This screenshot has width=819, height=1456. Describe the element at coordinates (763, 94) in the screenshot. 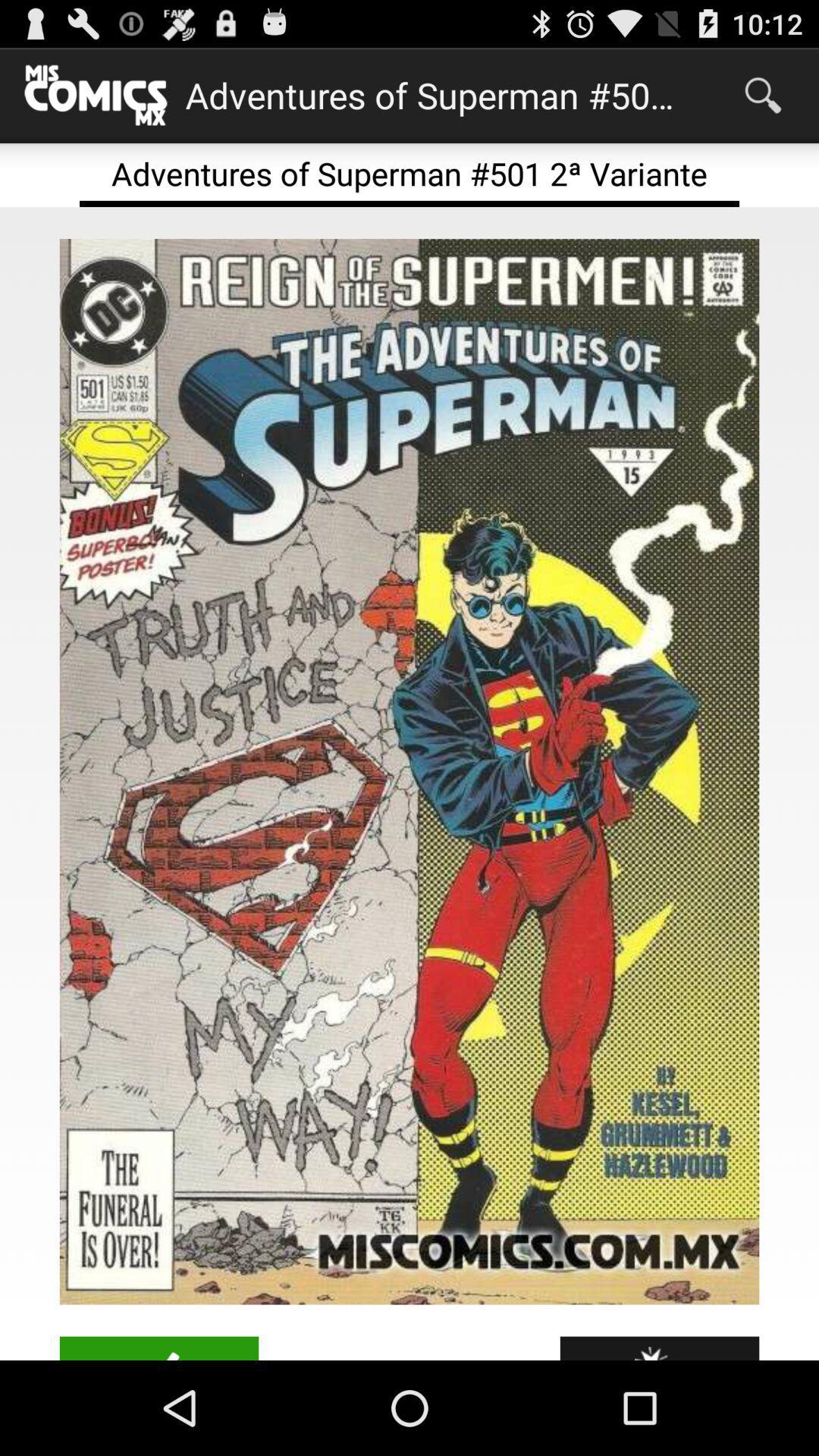

I see `icon above adventures of superman app` at that location.